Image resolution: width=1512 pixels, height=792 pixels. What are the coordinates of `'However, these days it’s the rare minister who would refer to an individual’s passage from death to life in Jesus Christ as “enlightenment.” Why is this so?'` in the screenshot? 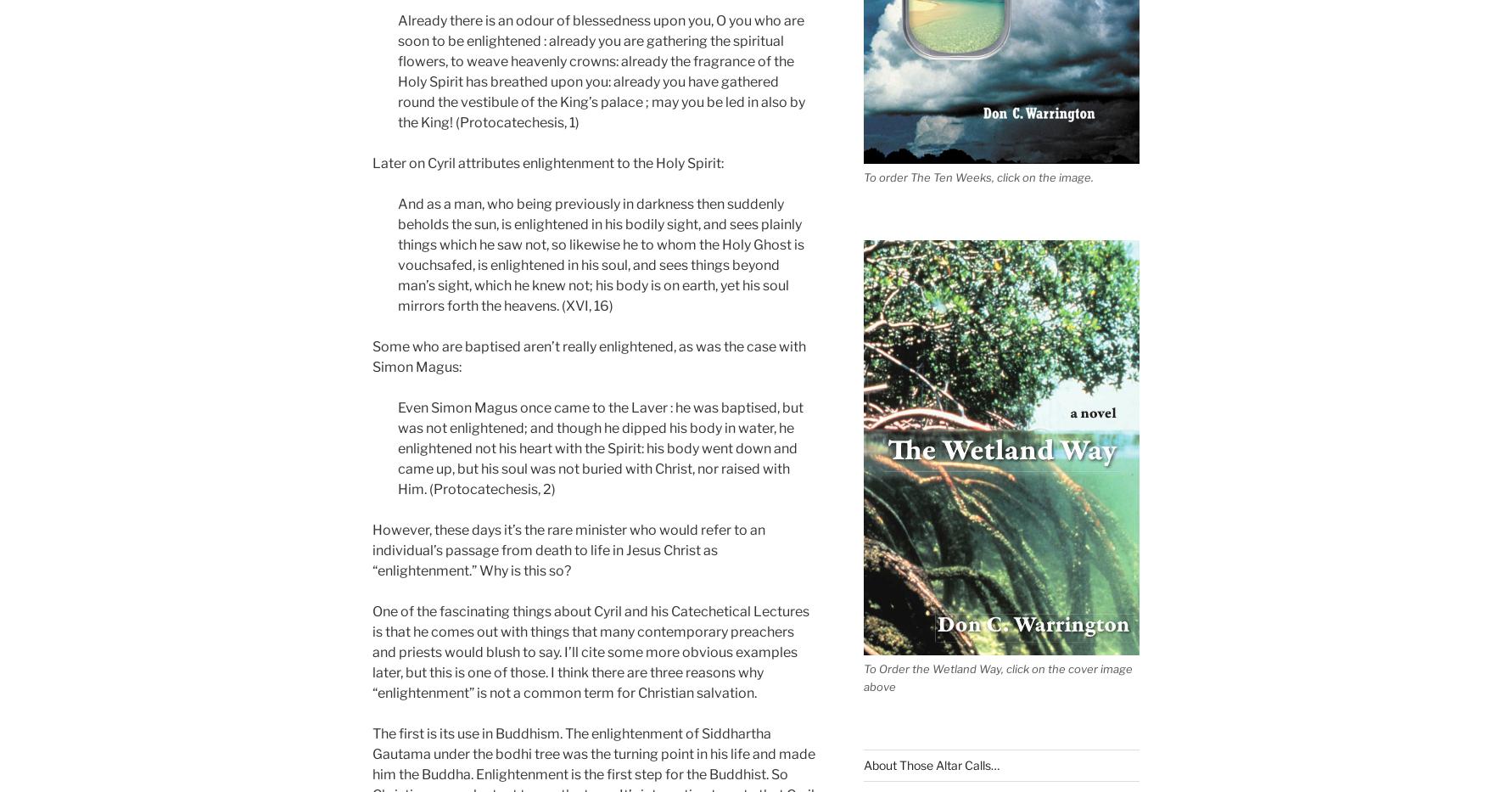 It's located at (568, 548).